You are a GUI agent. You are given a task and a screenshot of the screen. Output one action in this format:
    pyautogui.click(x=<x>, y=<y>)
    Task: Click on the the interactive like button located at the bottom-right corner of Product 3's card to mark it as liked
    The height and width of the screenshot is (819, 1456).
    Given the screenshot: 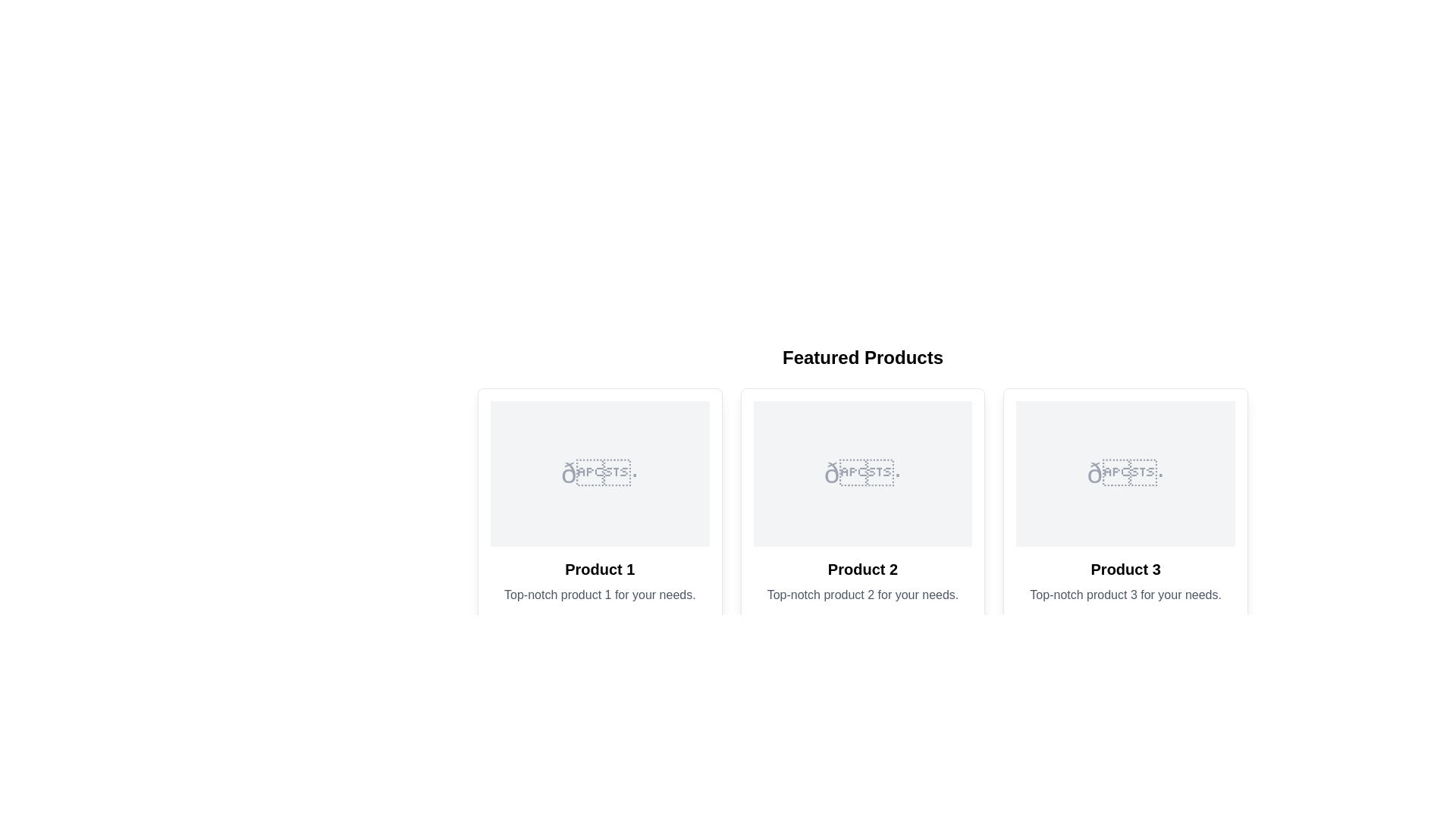 What is the action you would take?
    pyautogui.click(x=1179, y=632)
    